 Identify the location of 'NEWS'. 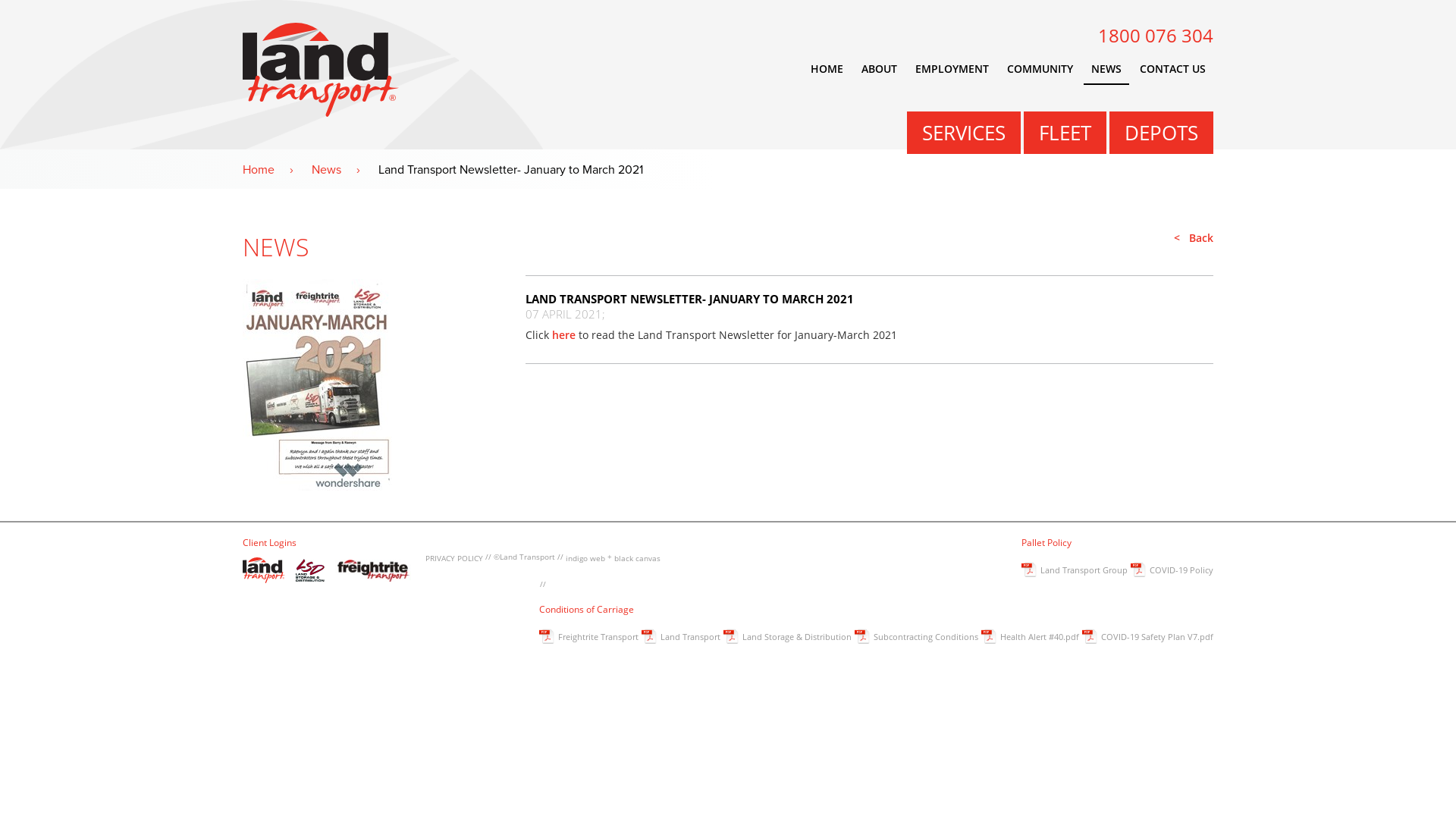
(1106, 69).